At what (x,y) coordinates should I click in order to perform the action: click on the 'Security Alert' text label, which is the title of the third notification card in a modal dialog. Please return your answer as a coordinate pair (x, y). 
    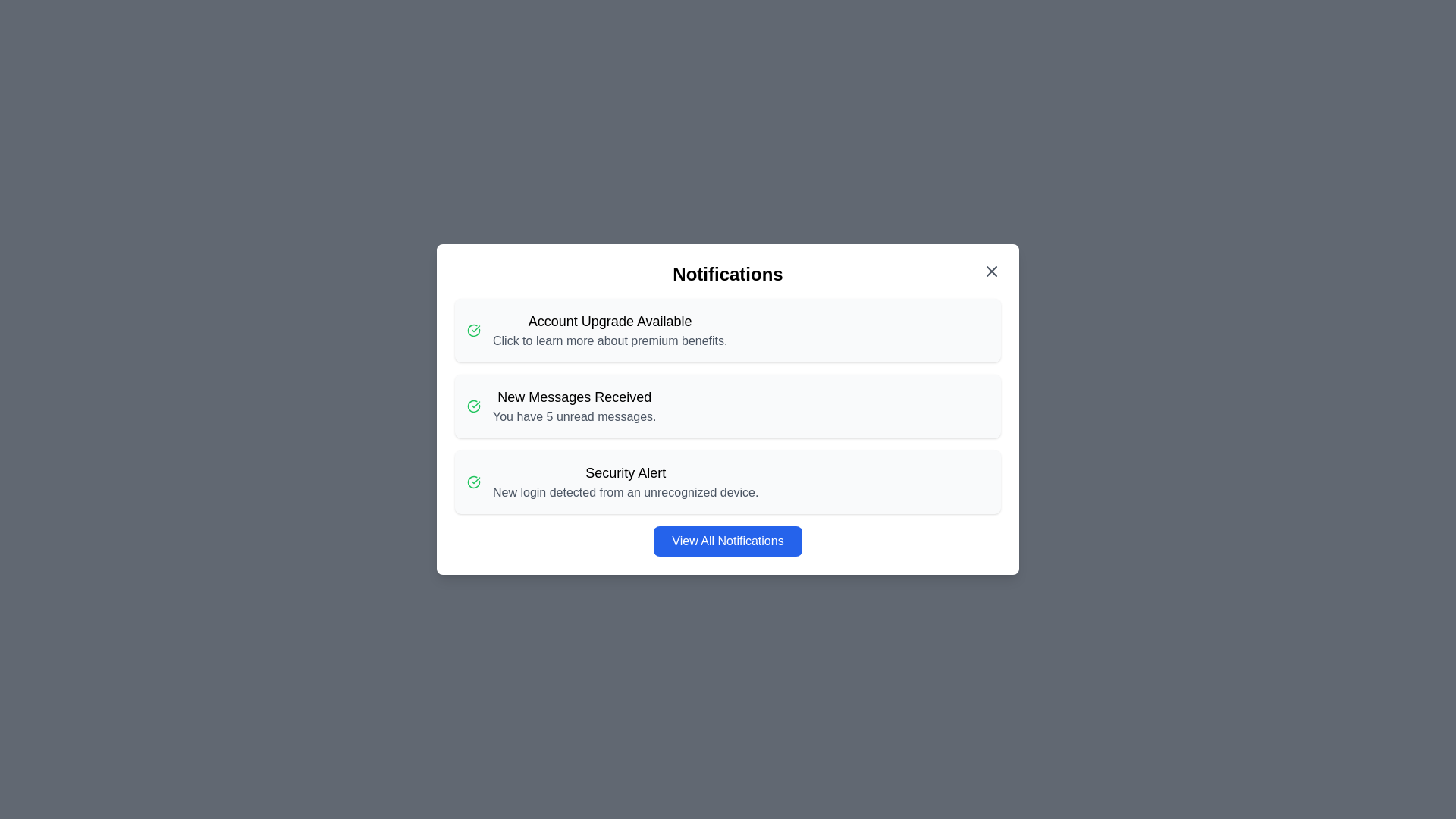
    Looking at the image, I should click on (626, 472).